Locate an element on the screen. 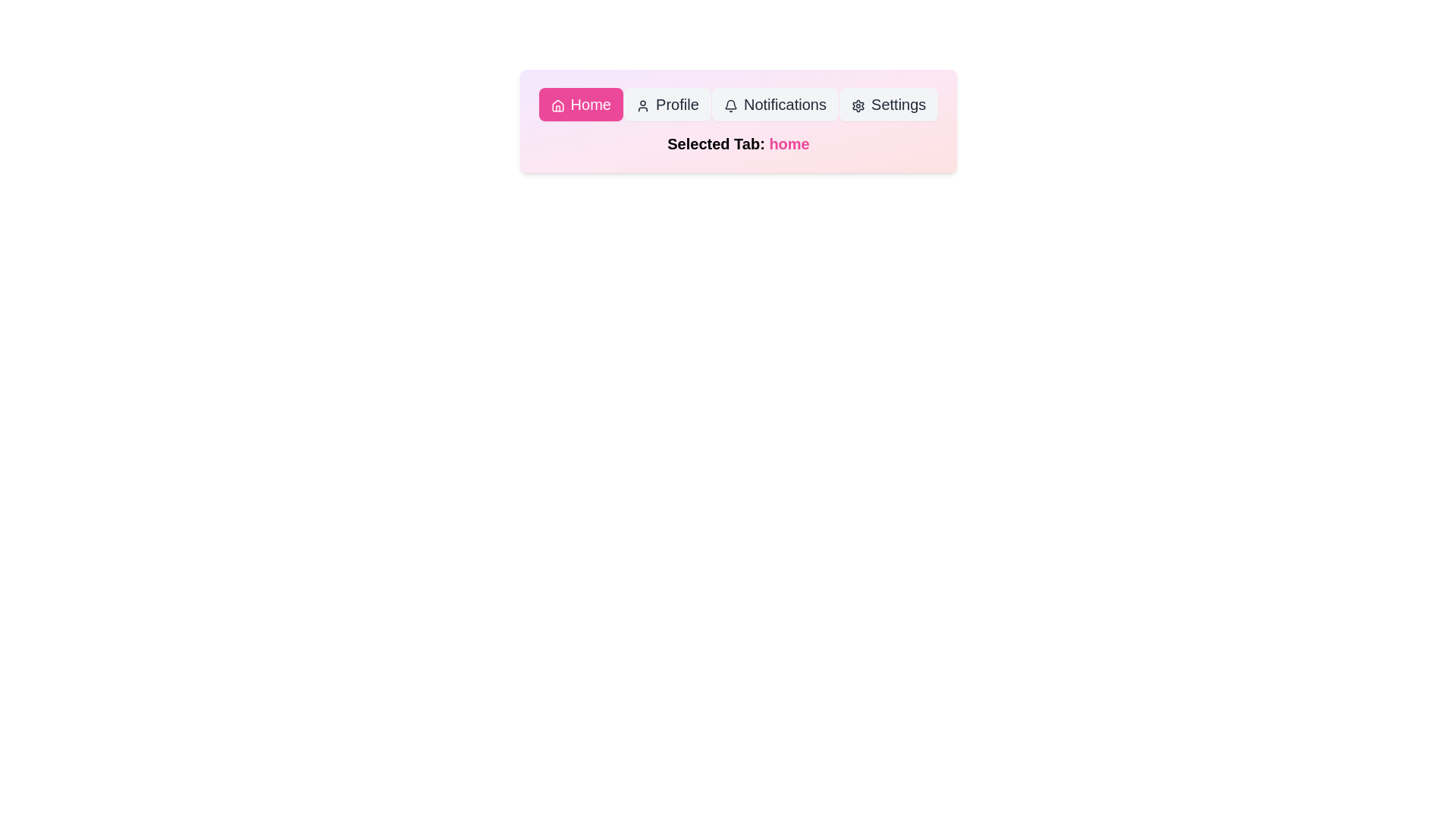  the home icon, which is a house-shaped icon with a pink background, located within the rounded pink 'Home' button at the top-left section of the interface is located at coordinates (557, 105).